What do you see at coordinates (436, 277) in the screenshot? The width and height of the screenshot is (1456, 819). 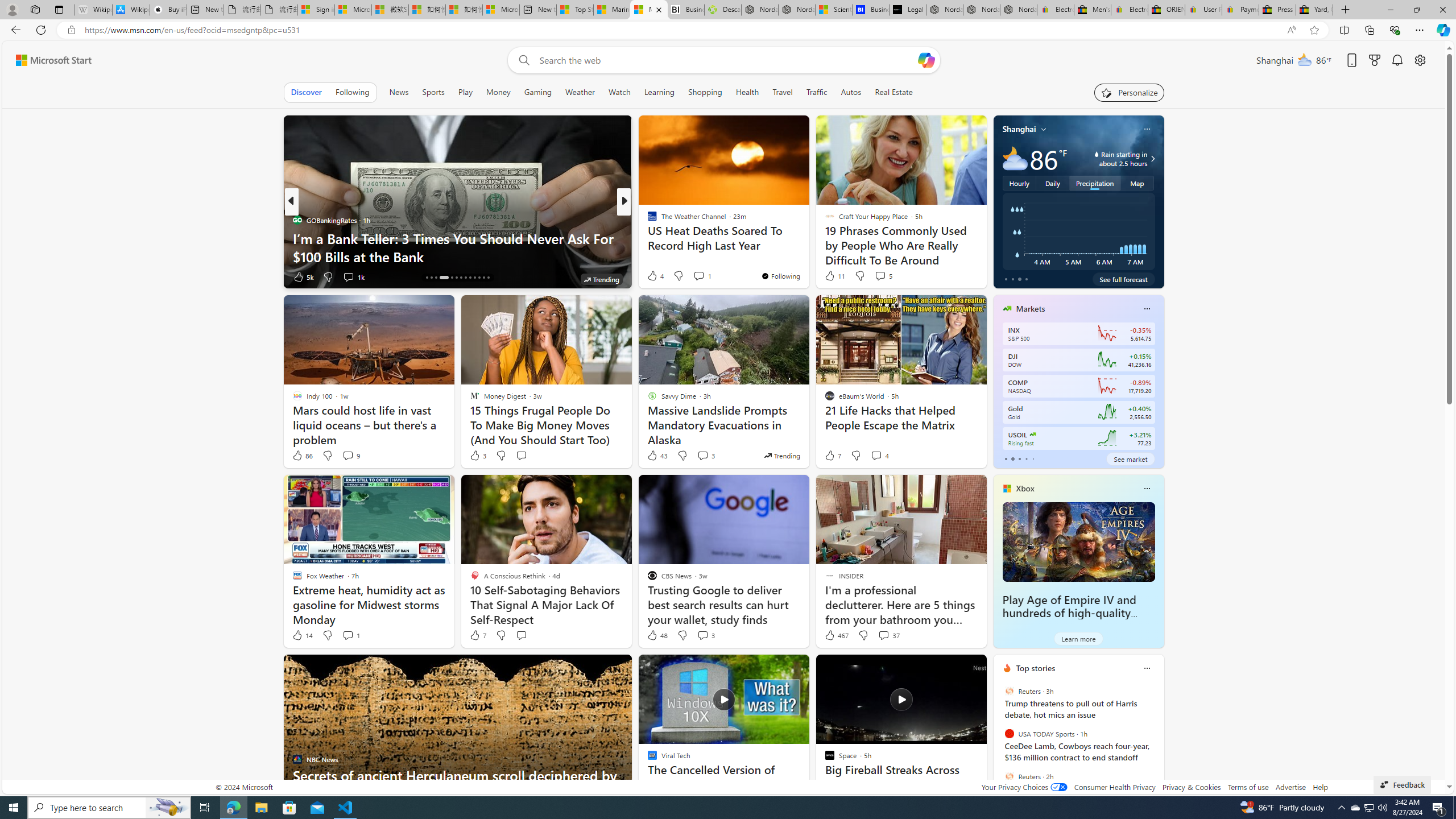 I see `'AutomationID: tab-16'` at bounding box center [436, 277].